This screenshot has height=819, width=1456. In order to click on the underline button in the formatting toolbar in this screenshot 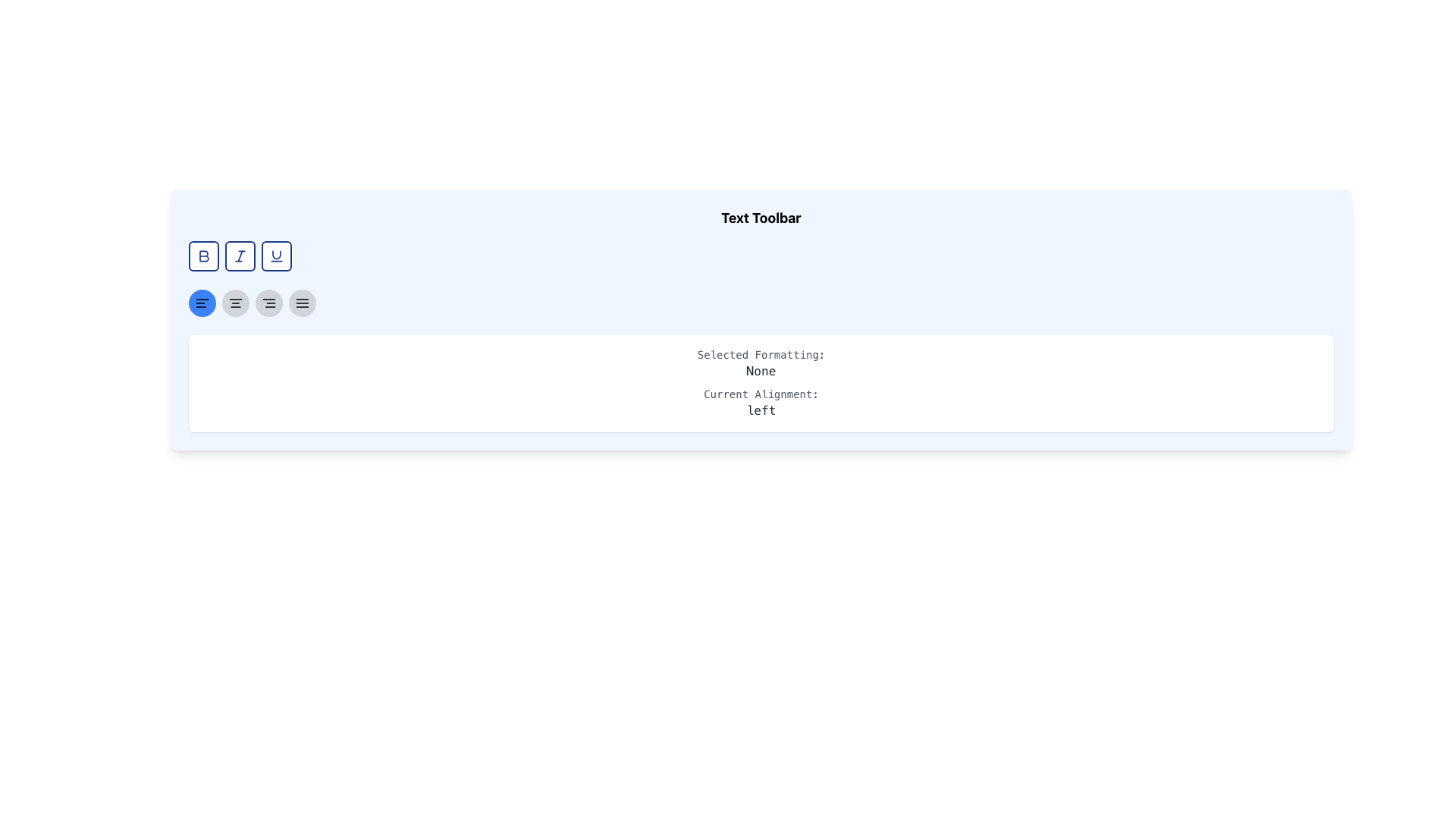, I will do `click(276, 256)`.